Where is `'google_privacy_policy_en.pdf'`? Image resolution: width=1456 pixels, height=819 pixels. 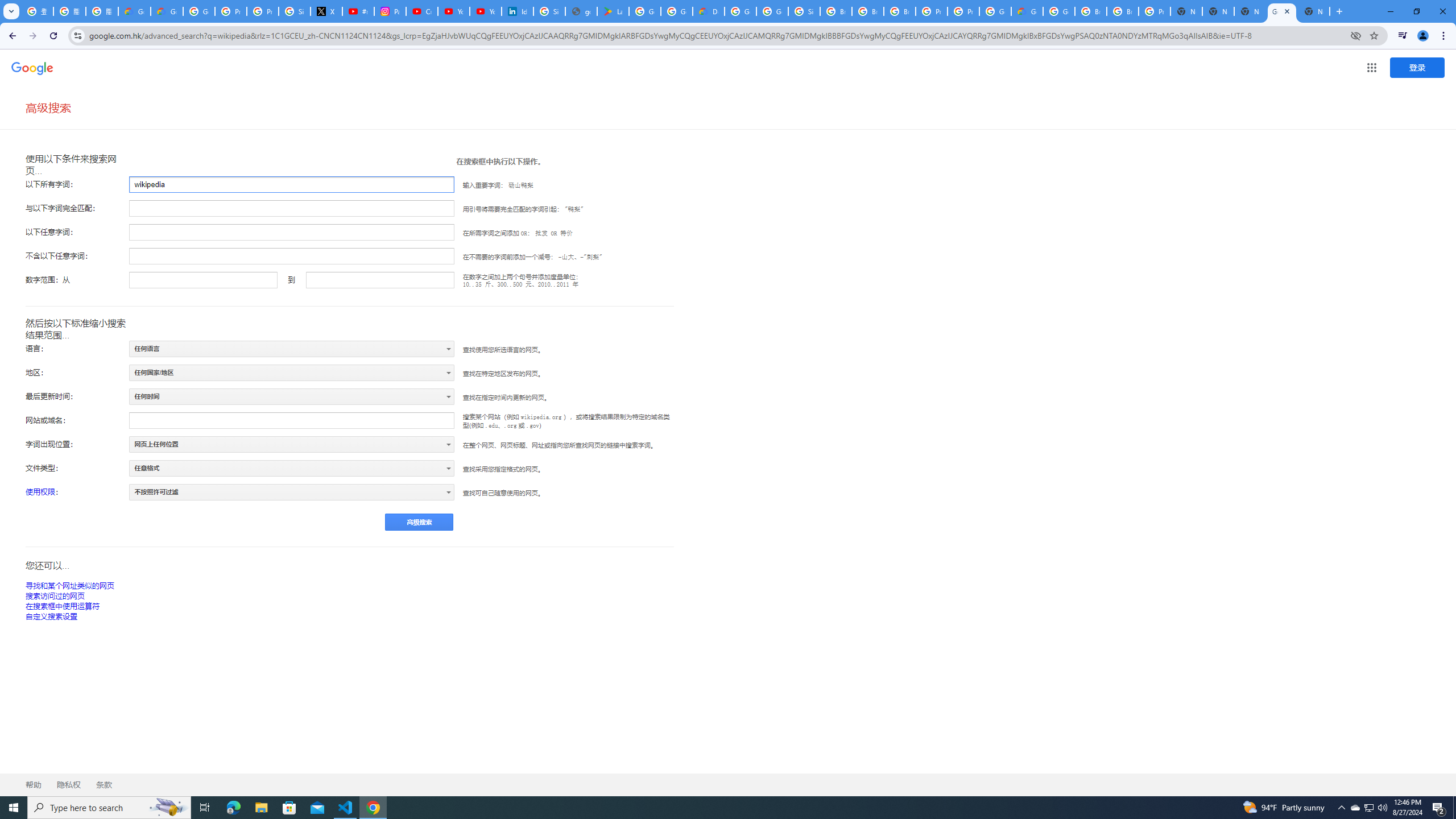
'google_privacy_policy_en.pdf' is located at coordinates (581, 11).